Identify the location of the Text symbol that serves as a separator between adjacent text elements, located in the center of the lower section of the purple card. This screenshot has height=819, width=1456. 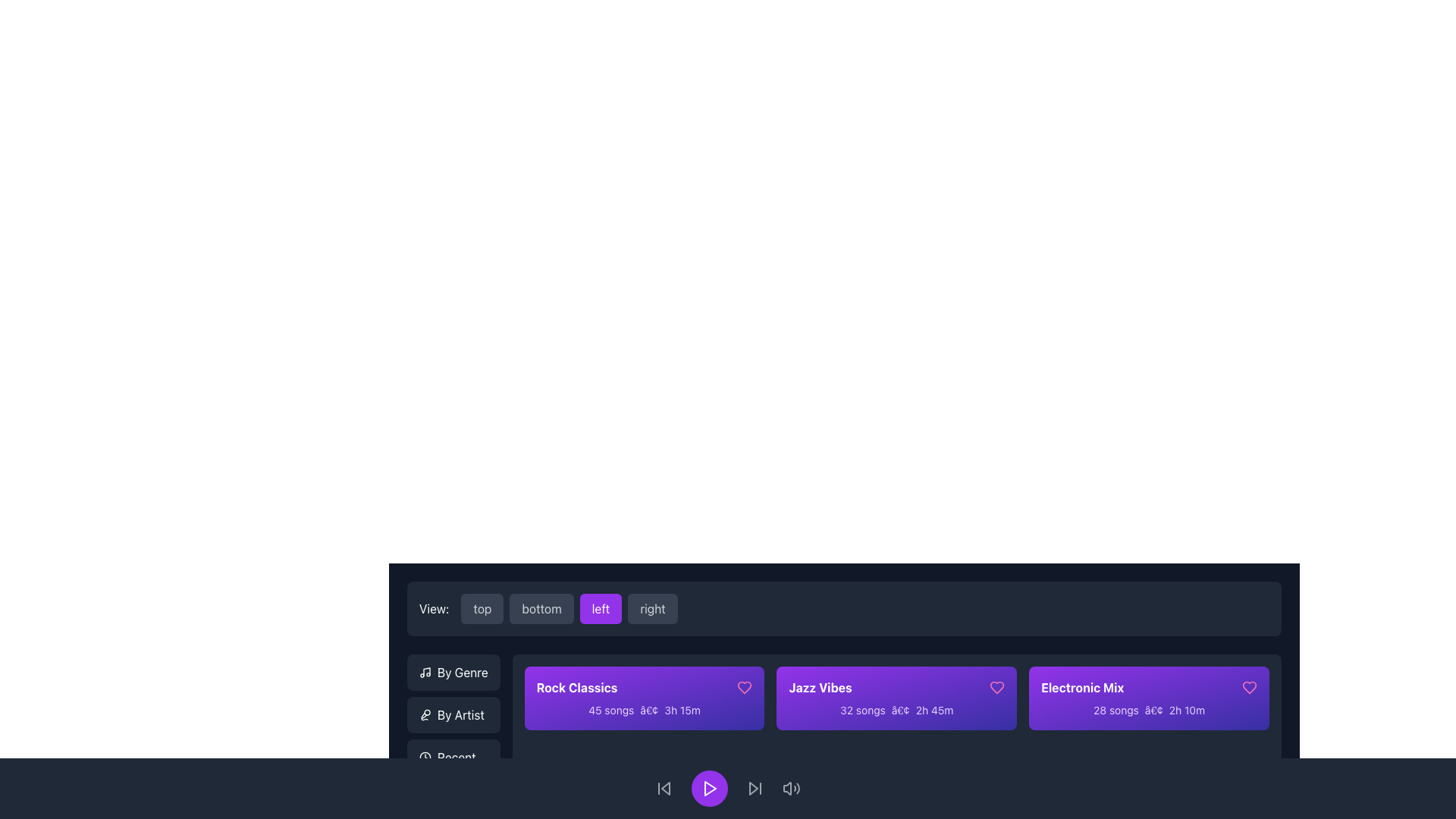
(649, 710).